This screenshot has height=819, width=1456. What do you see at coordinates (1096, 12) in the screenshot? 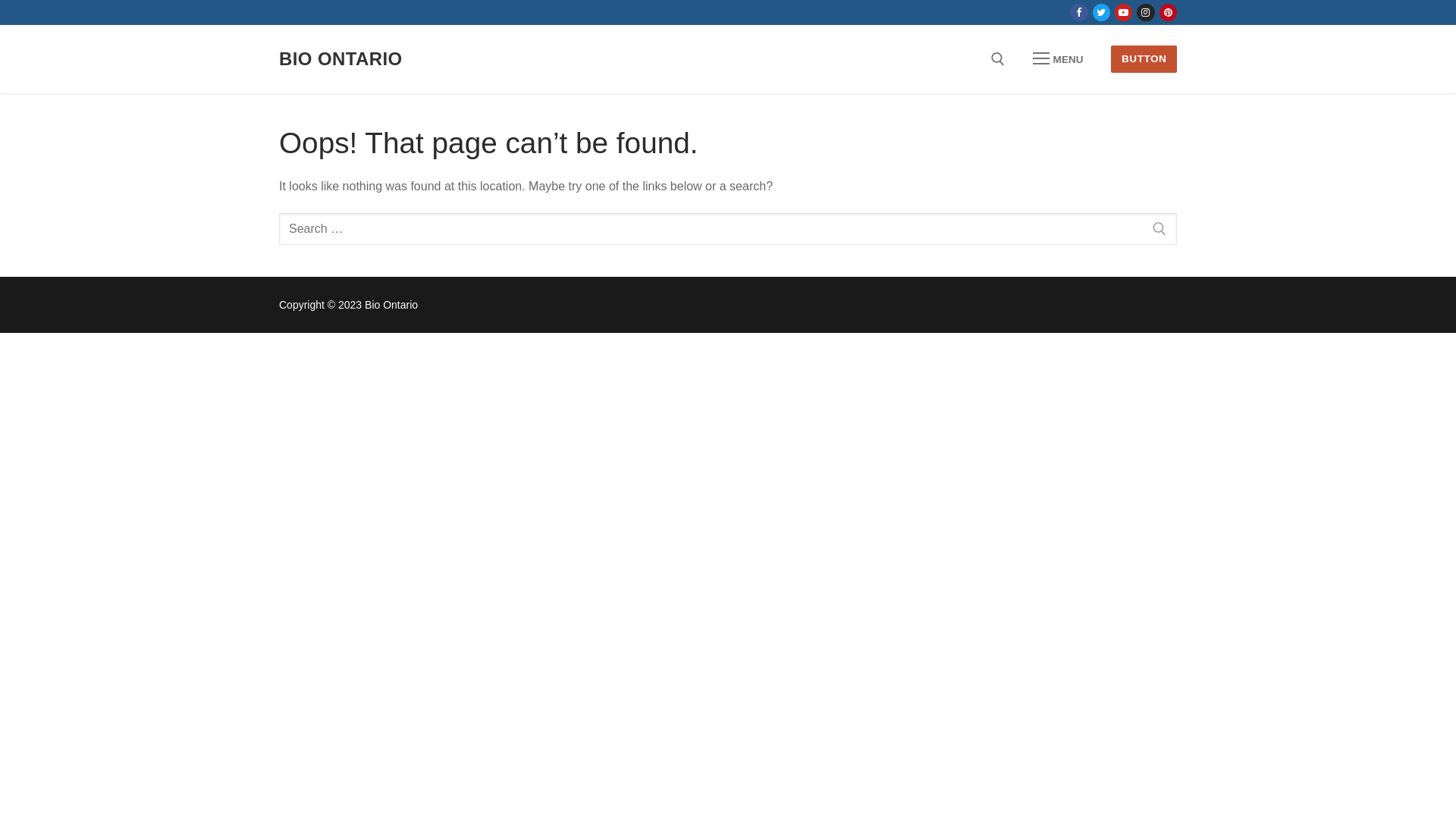
I see `'Twitter'` at bounding box center [1096, 12].